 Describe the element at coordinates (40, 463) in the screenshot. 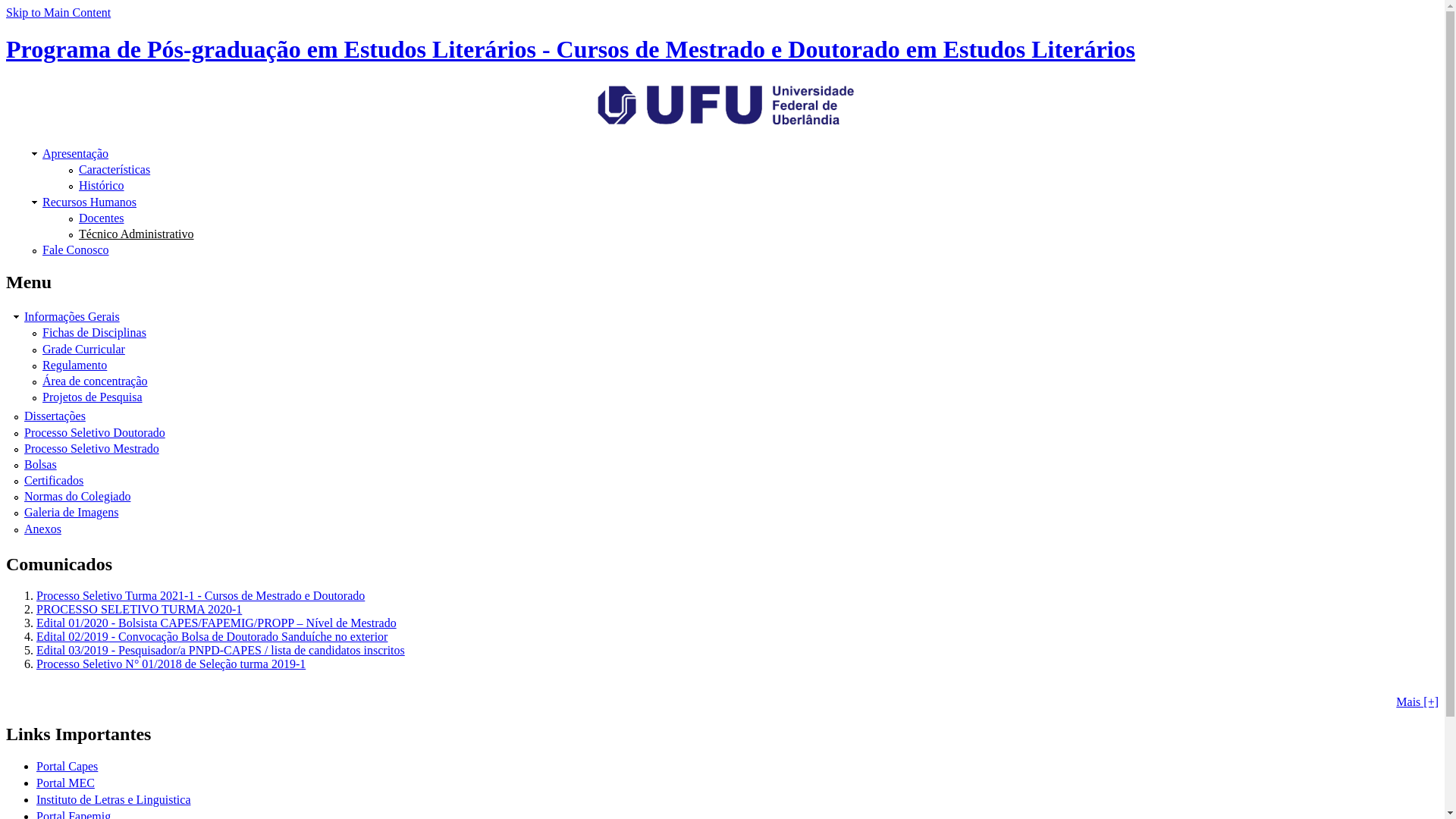

I see `'Bolsas'` at that location.